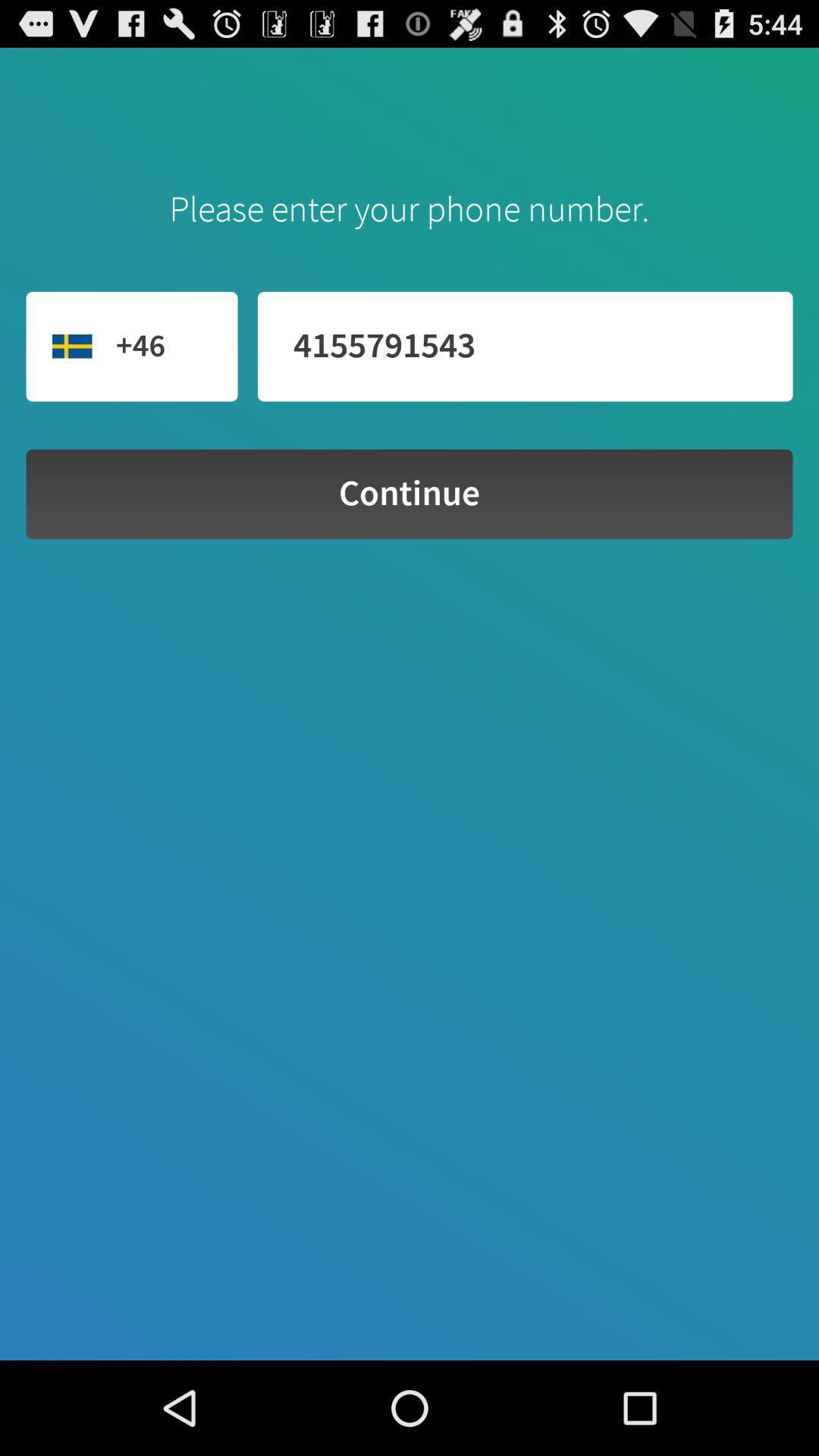  I want to click on the icon to the right of +46 item, so click(524, 346).